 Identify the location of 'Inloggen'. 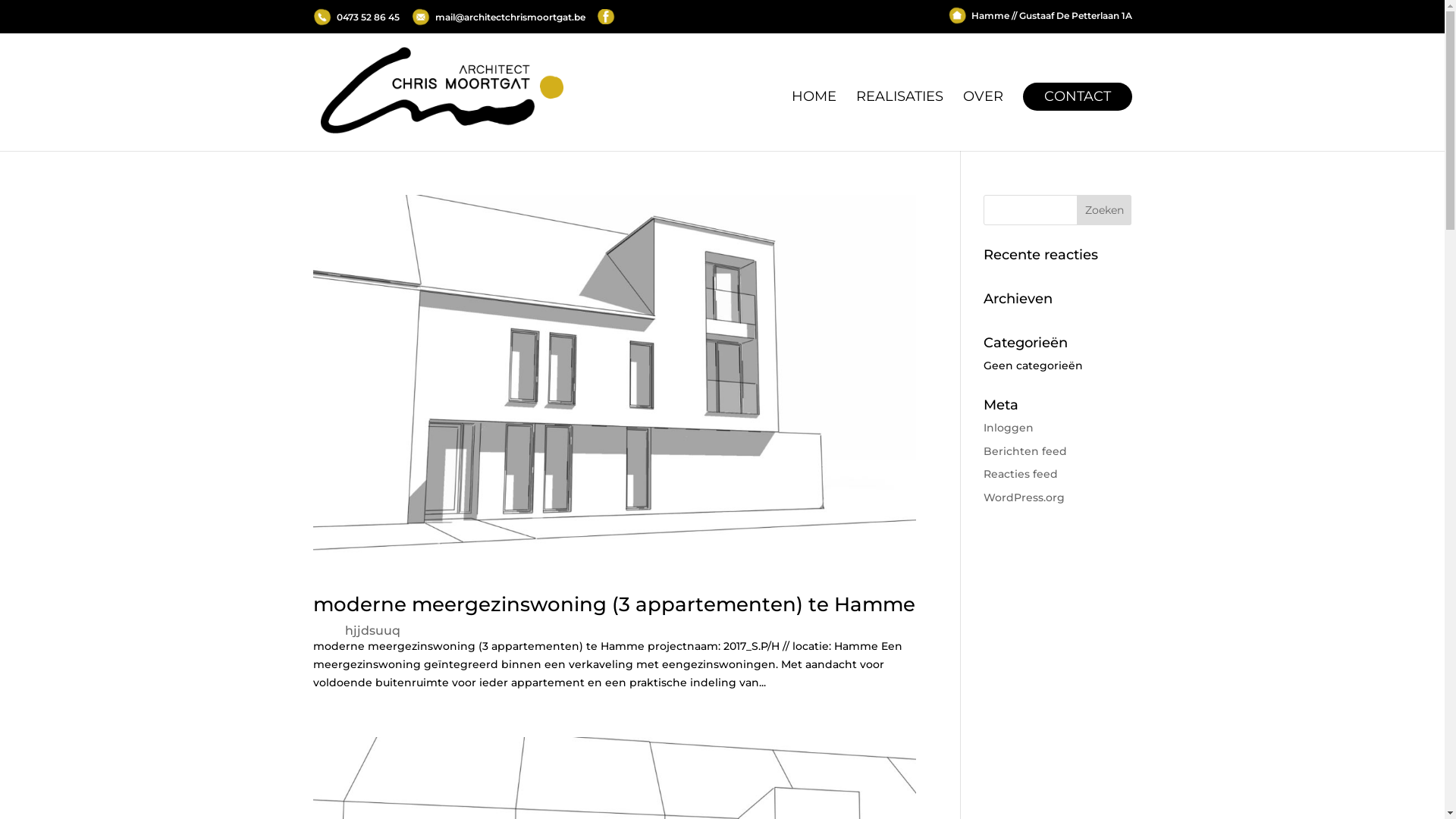
(1008, 427).